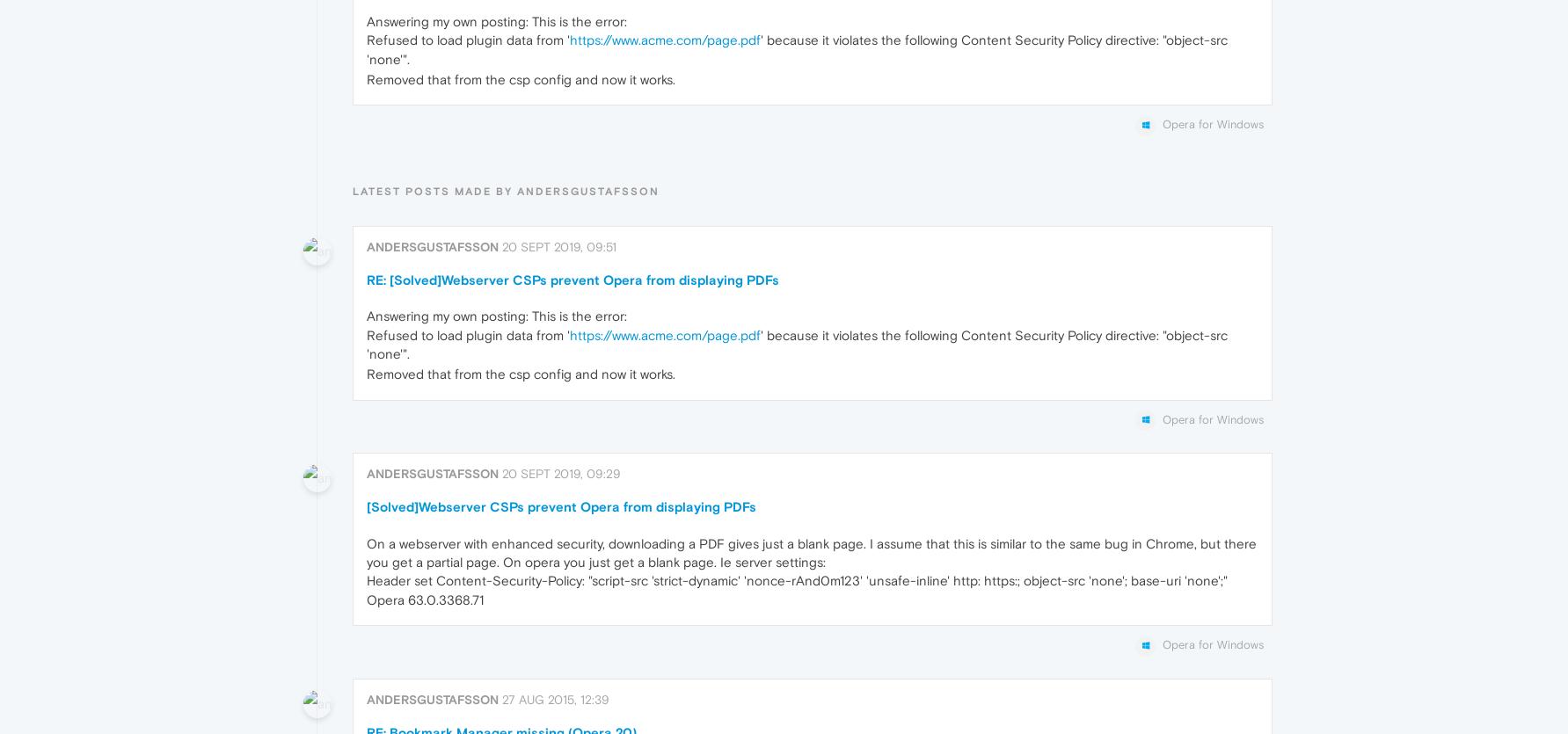 The image size is (1568, 734). What do you see at coordinates (572, 278) in the screenshot?
I see `'RE: [Solved]Webserver CSPs prevent Opera from displaying PDFs'` at bounding box center [572, 278].